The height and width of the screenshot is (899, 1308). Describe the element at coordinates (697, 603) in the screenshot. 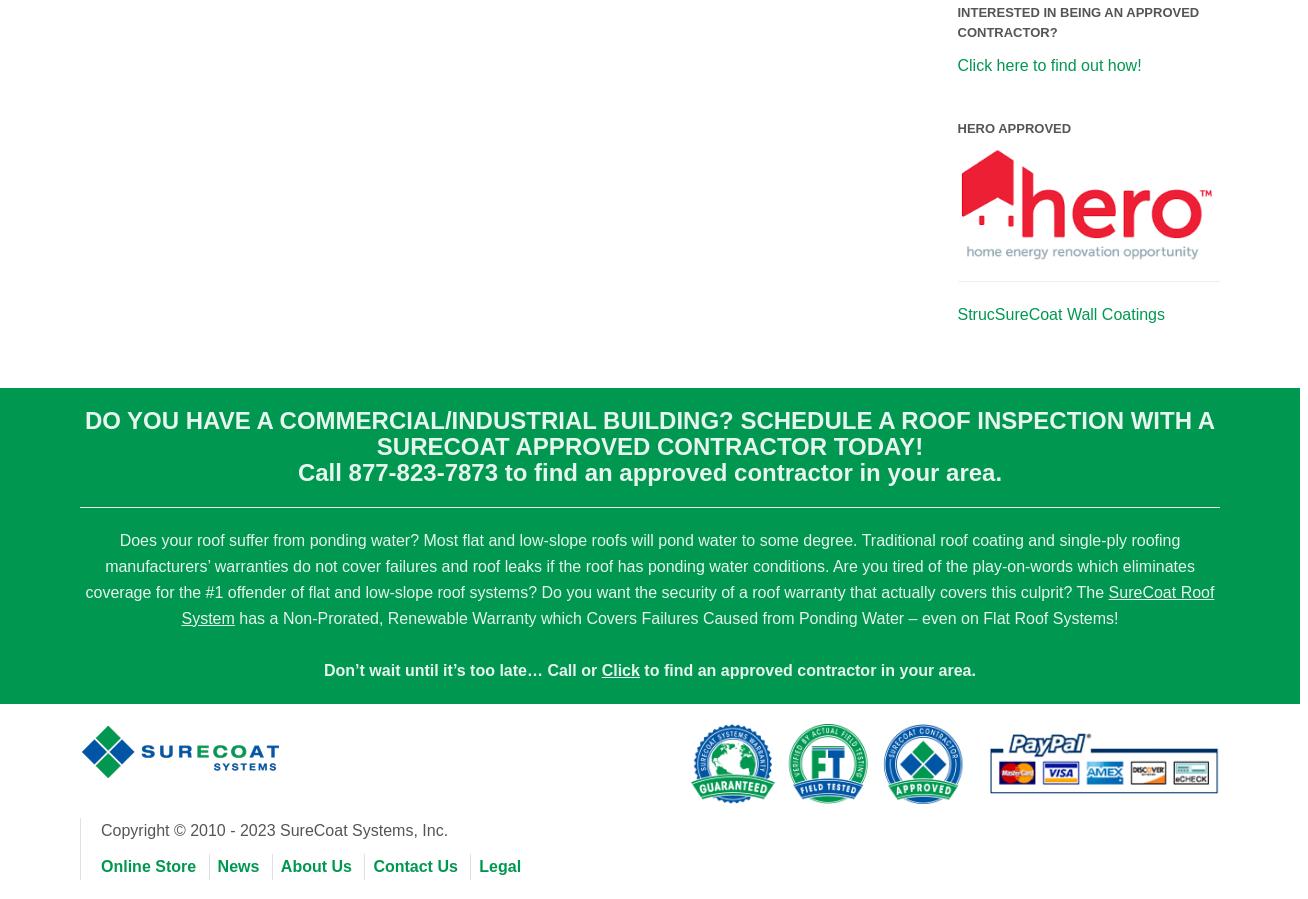

I see `'SureCoat Roof System'` at that location.